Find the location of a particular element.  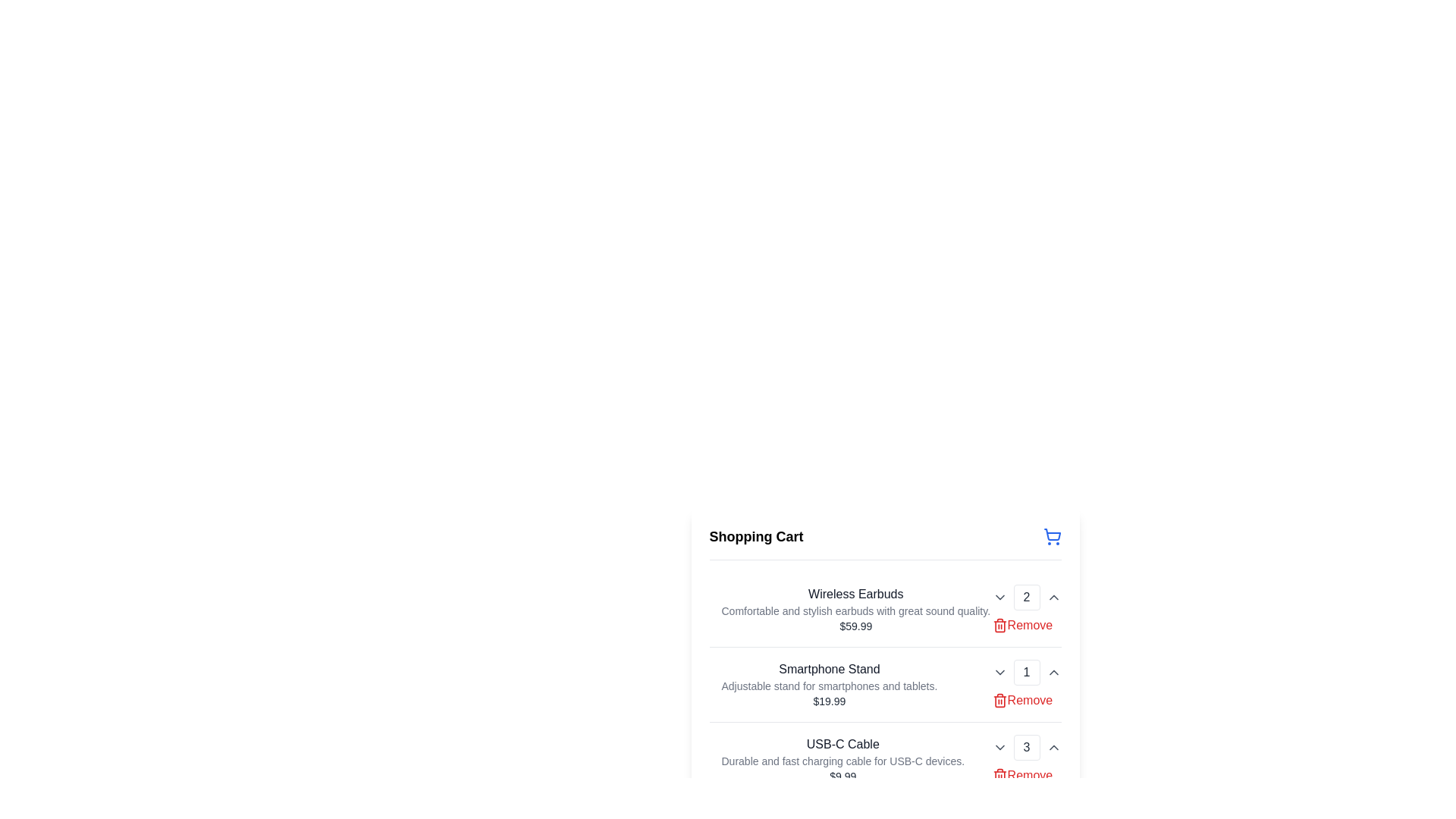

the trash bin icon button located to the left of the 'Remove' text label for 'Smartphone Stand' in the shopping cart is located at coordinates (999, 701).